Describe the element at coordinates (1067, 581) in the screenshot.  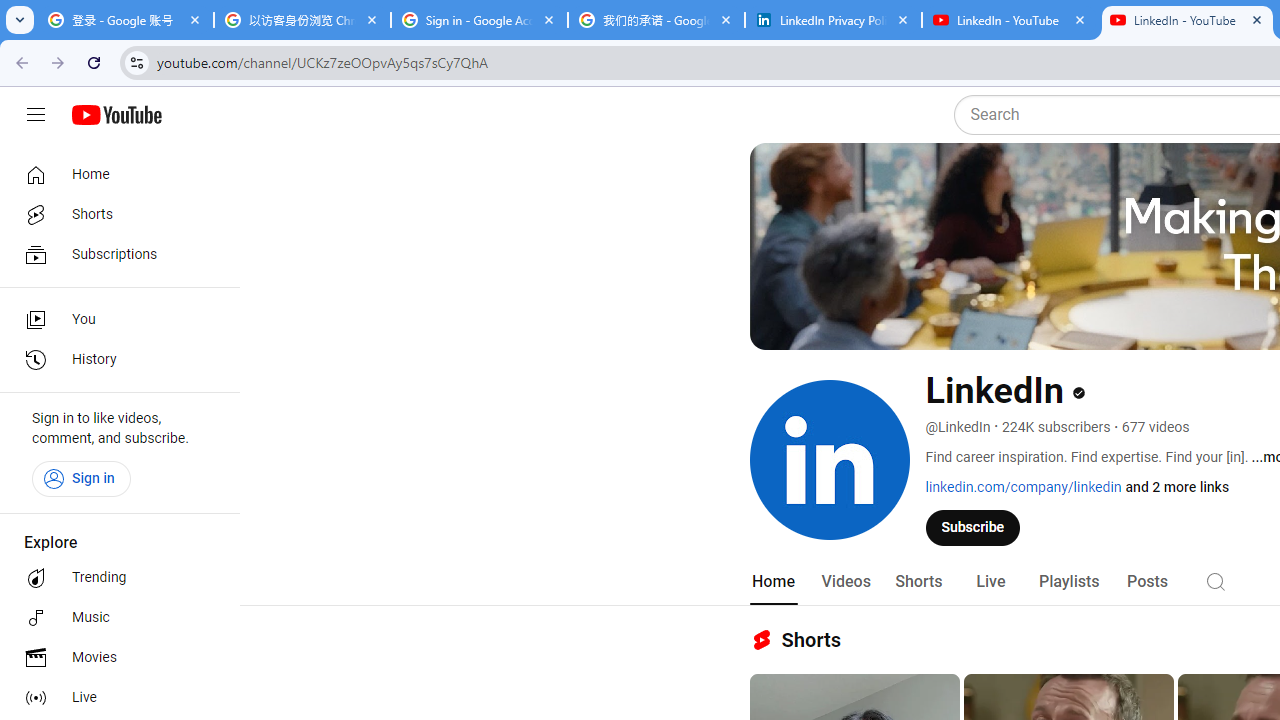
I see `'Playlists'` at that location.